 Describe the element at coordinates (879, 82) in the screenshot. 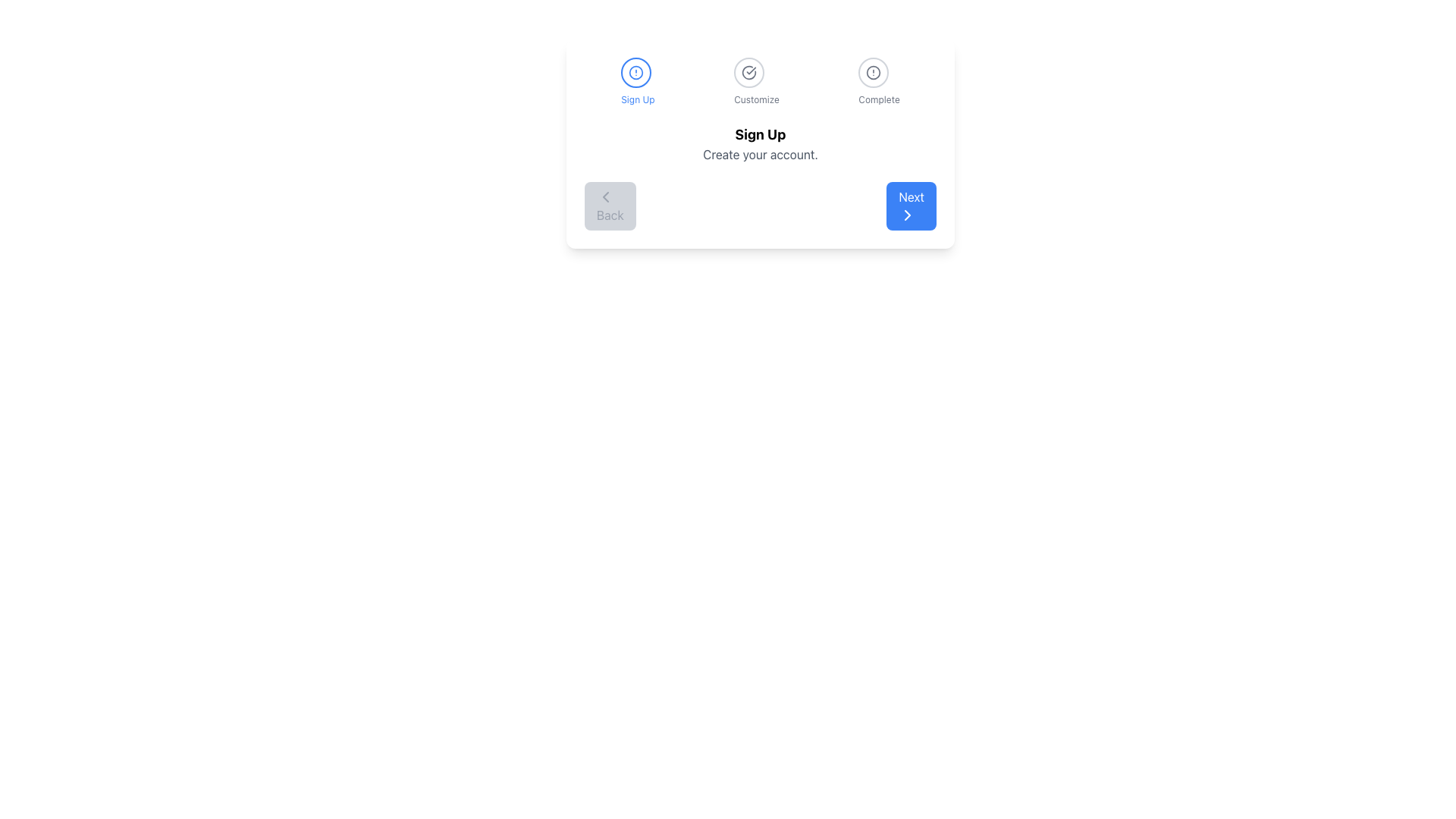

I see `the third step indicator in the step-by-step guide, which indicates the current or subsequent step after 'Sign Up' and 'Customize'` at that location.